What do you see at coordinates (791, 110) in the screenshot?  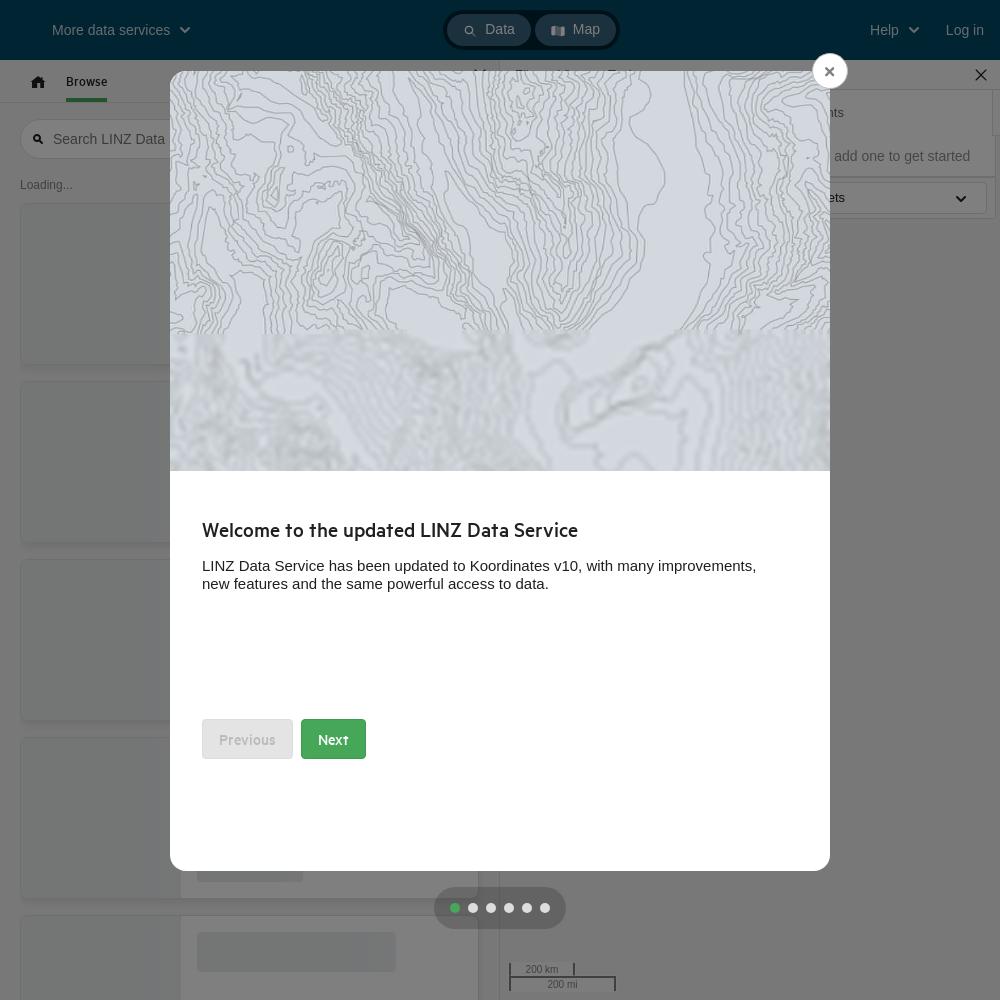 I see `'Contents'` at bounding box center [791, 110].